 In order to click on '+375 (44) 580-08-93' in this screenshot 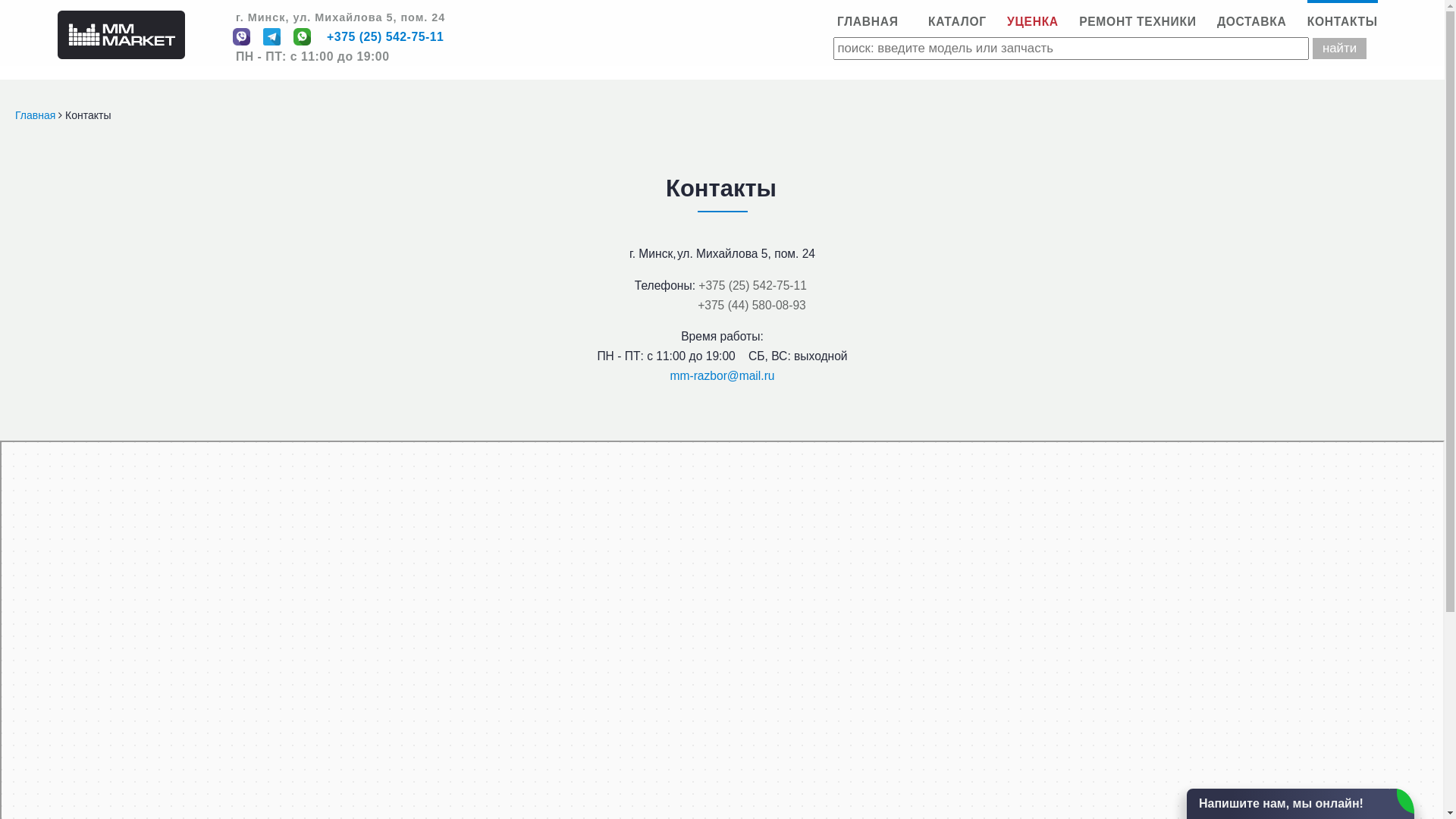, I will do `click(752, 305)`.